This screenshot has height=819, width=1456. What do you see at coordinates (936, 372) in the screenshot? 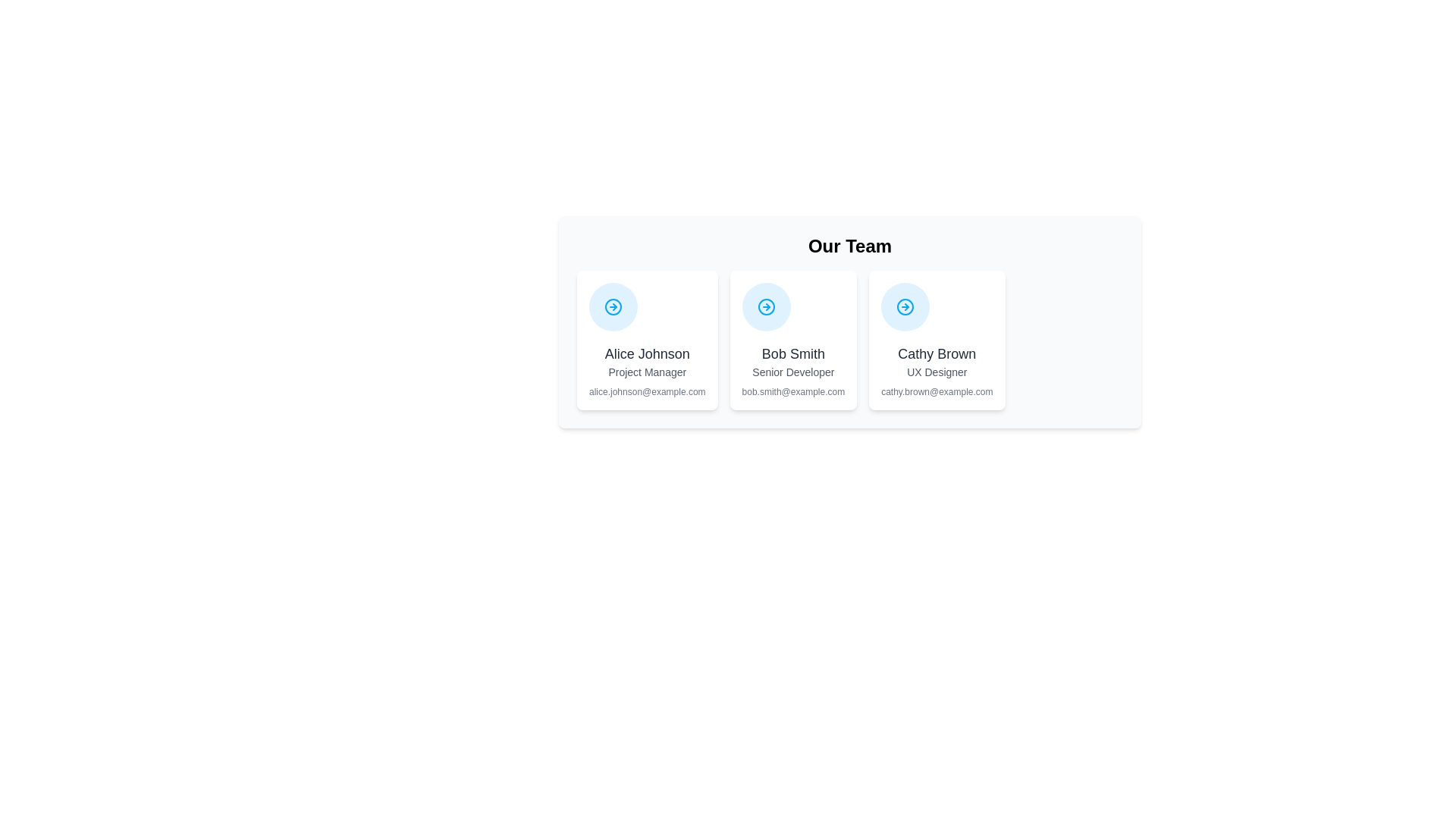
I see `the 'UX Designer' text label located within the card for 'Cathy Brown', positioned beneath her name and above her email address` at bounding box center [936, 372].